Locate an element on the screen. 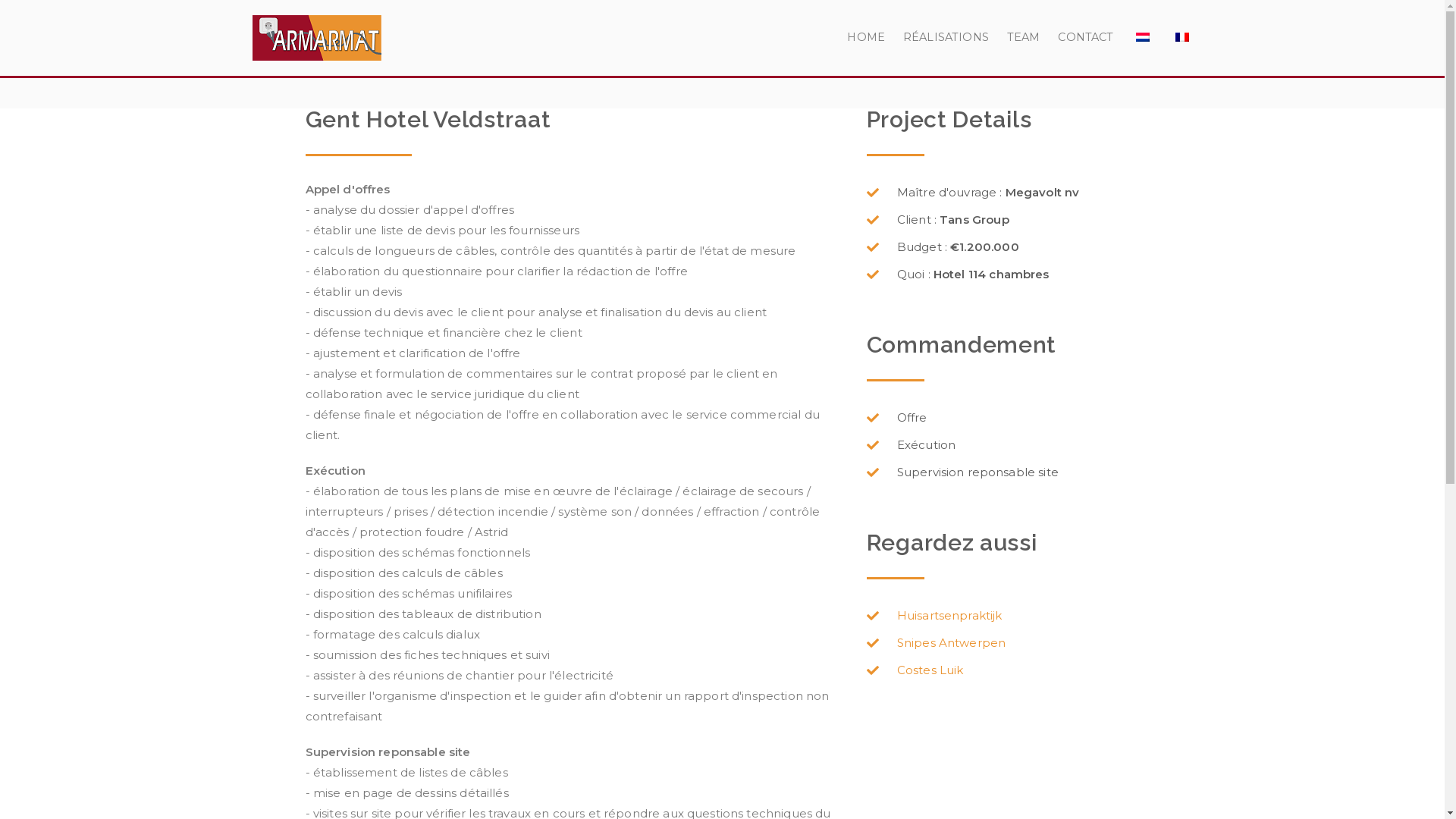 The width and height of the screenshot is (1456, 819). 'Costes Luik' is located at coordinates (1011, 669).